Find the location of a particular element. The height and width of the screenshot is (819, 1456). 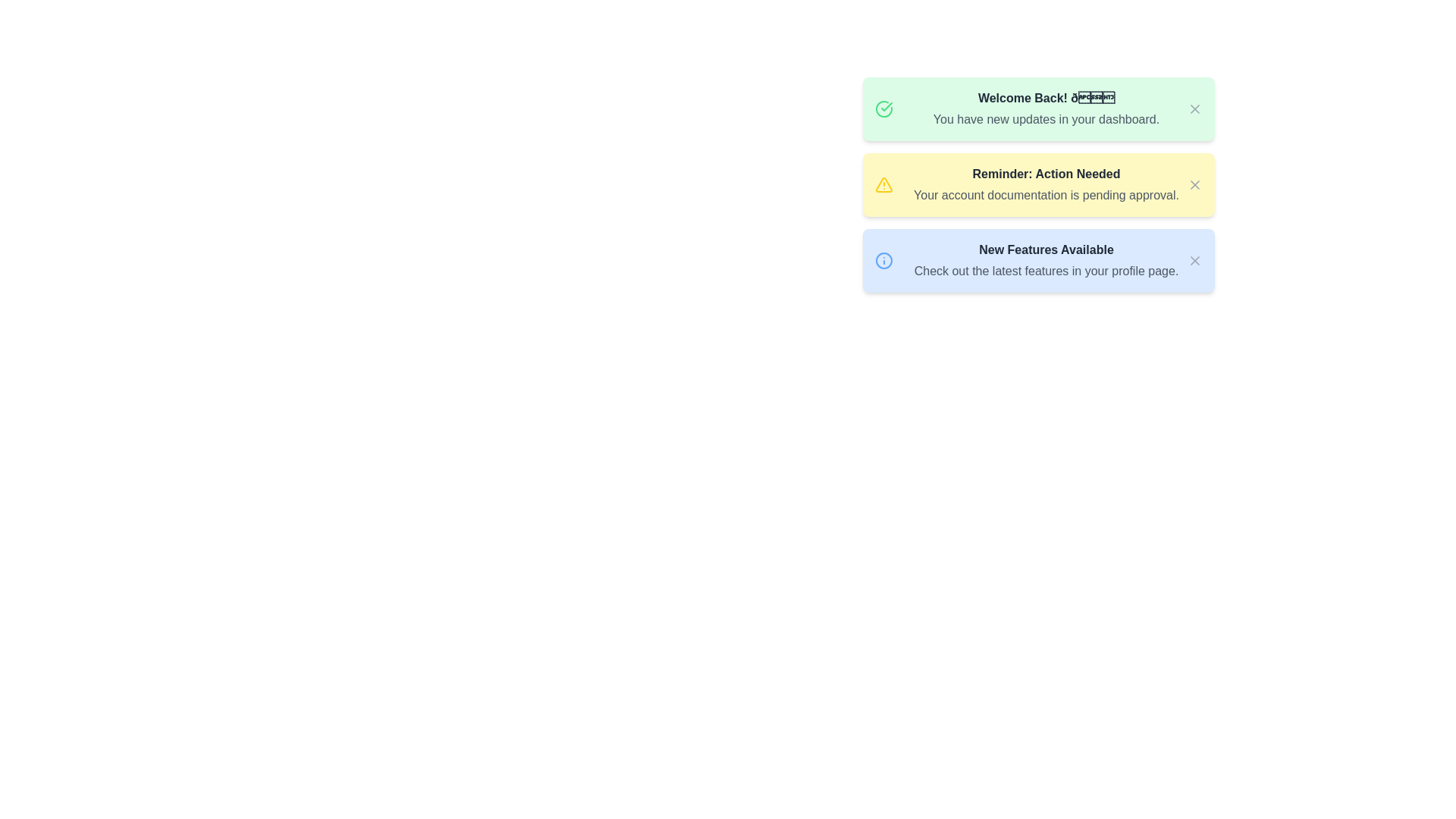

the welcoming message static text located in the top left corner of the green notification card is located at coordinates (1046, 99).